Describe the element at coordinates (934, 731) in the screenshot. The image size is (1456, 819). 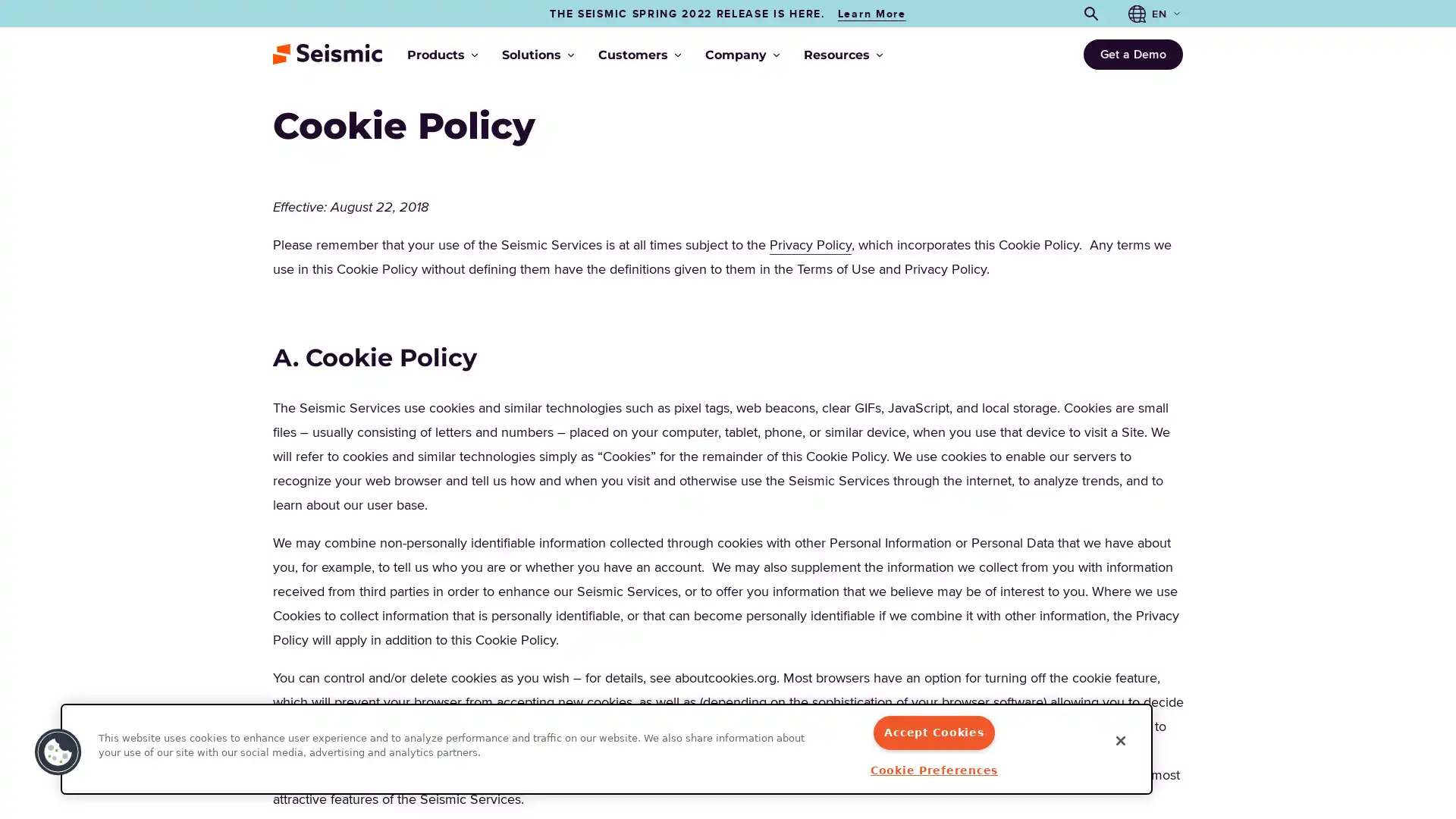
I see `Accept Cookies` at that location.